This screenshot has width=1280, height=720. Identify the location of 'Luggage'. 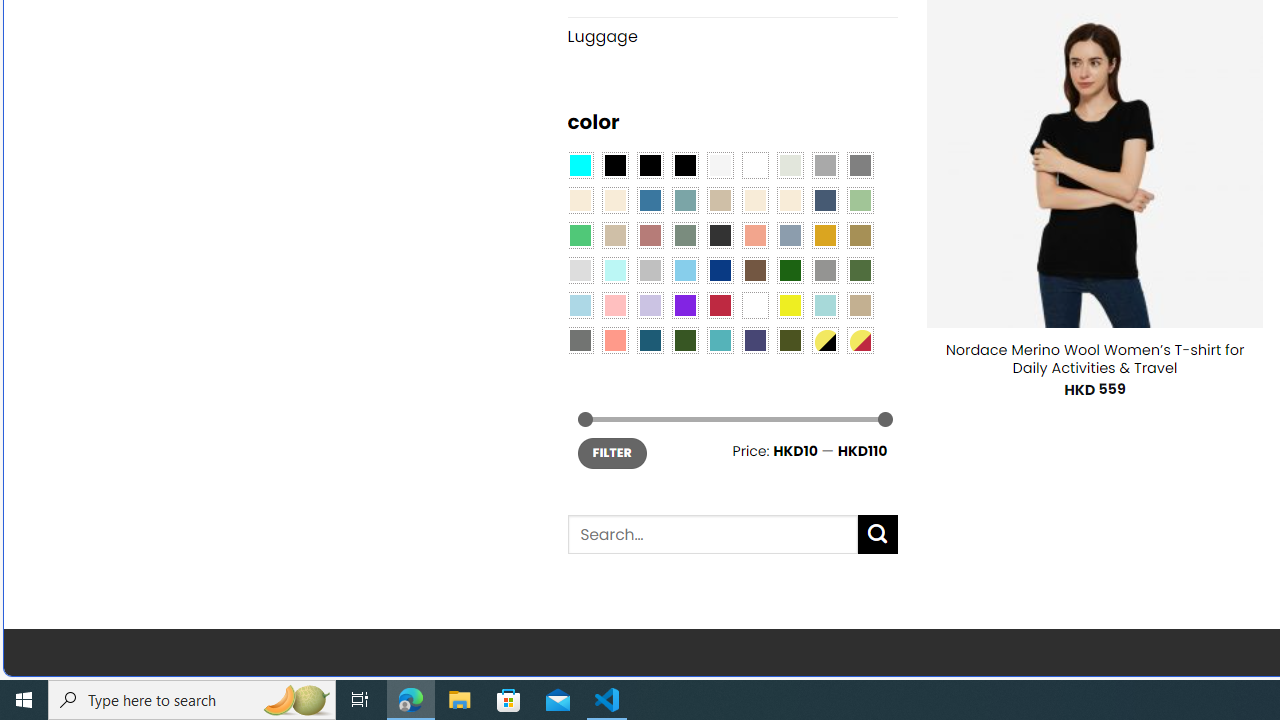
(731, 36).